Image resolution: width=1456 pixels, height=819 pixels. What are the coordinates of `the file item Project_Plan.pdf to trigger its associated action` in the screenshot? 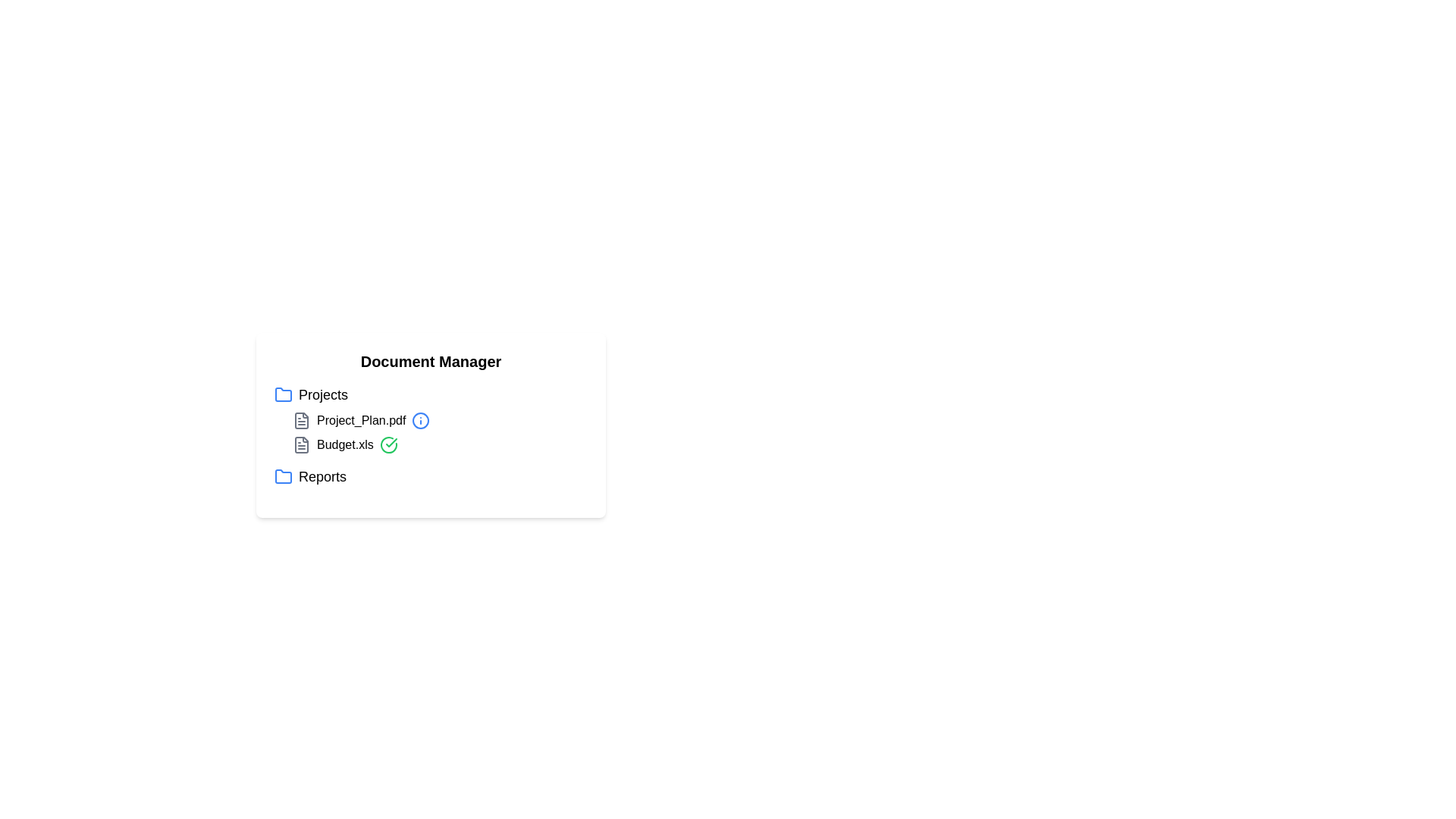 It's located at (359, 421).